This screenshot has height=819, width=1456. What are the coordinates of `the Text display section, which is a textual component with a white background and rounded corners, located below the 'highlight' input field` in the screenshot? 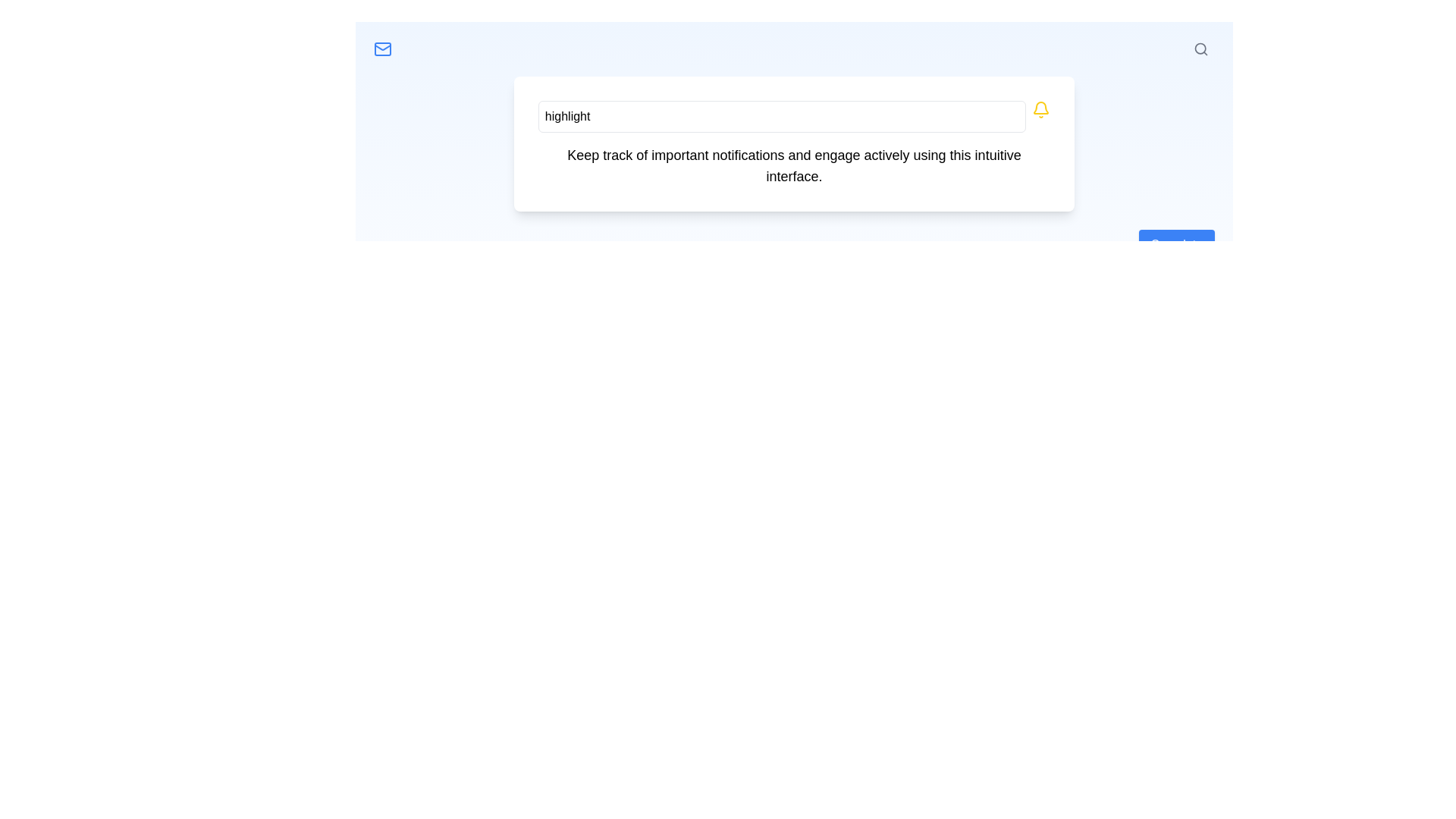 It's located at (793, 143).